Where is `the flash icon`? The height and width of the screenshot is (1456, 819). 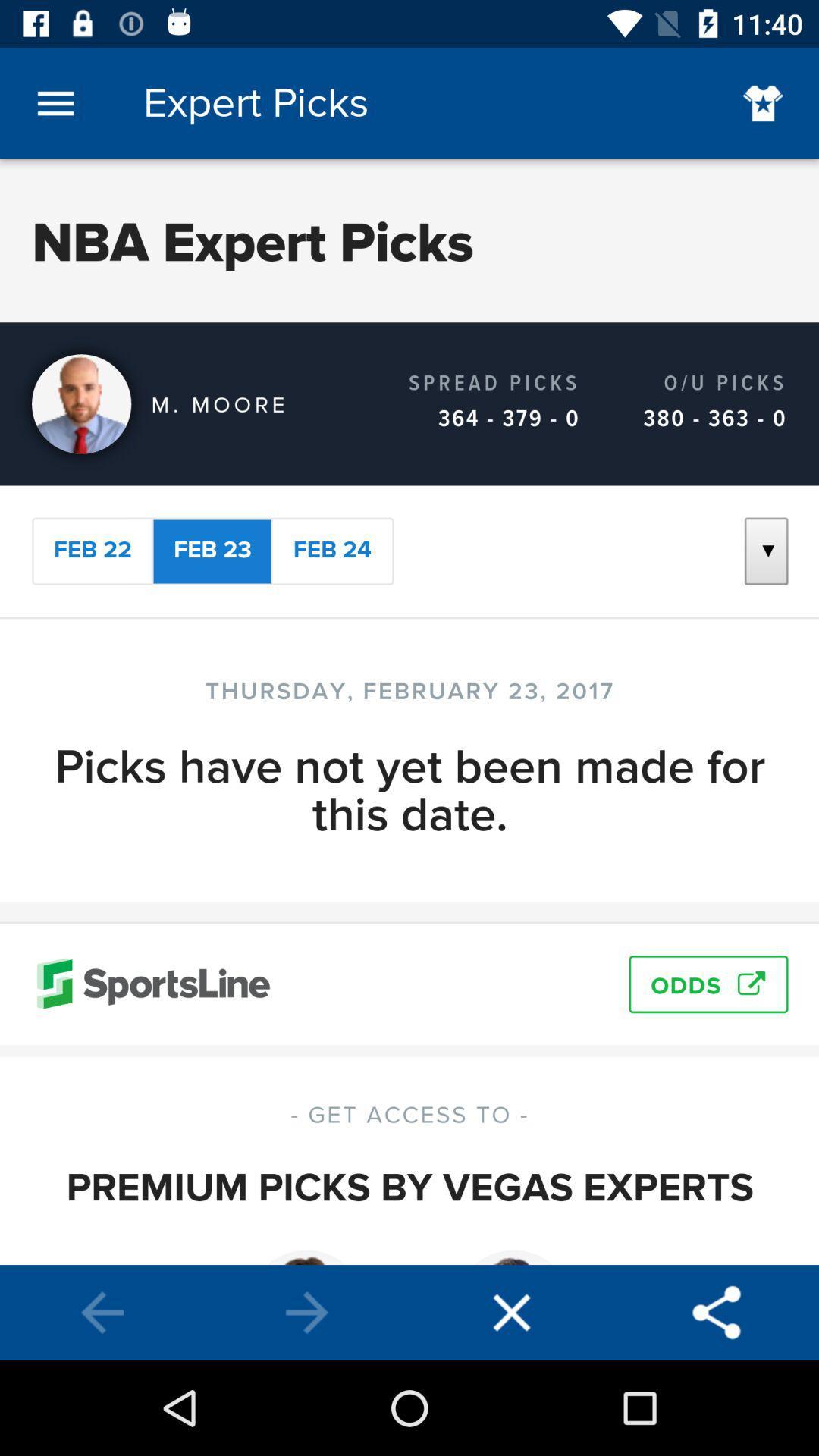 the flash icon is located at coordinates (512, 1312).